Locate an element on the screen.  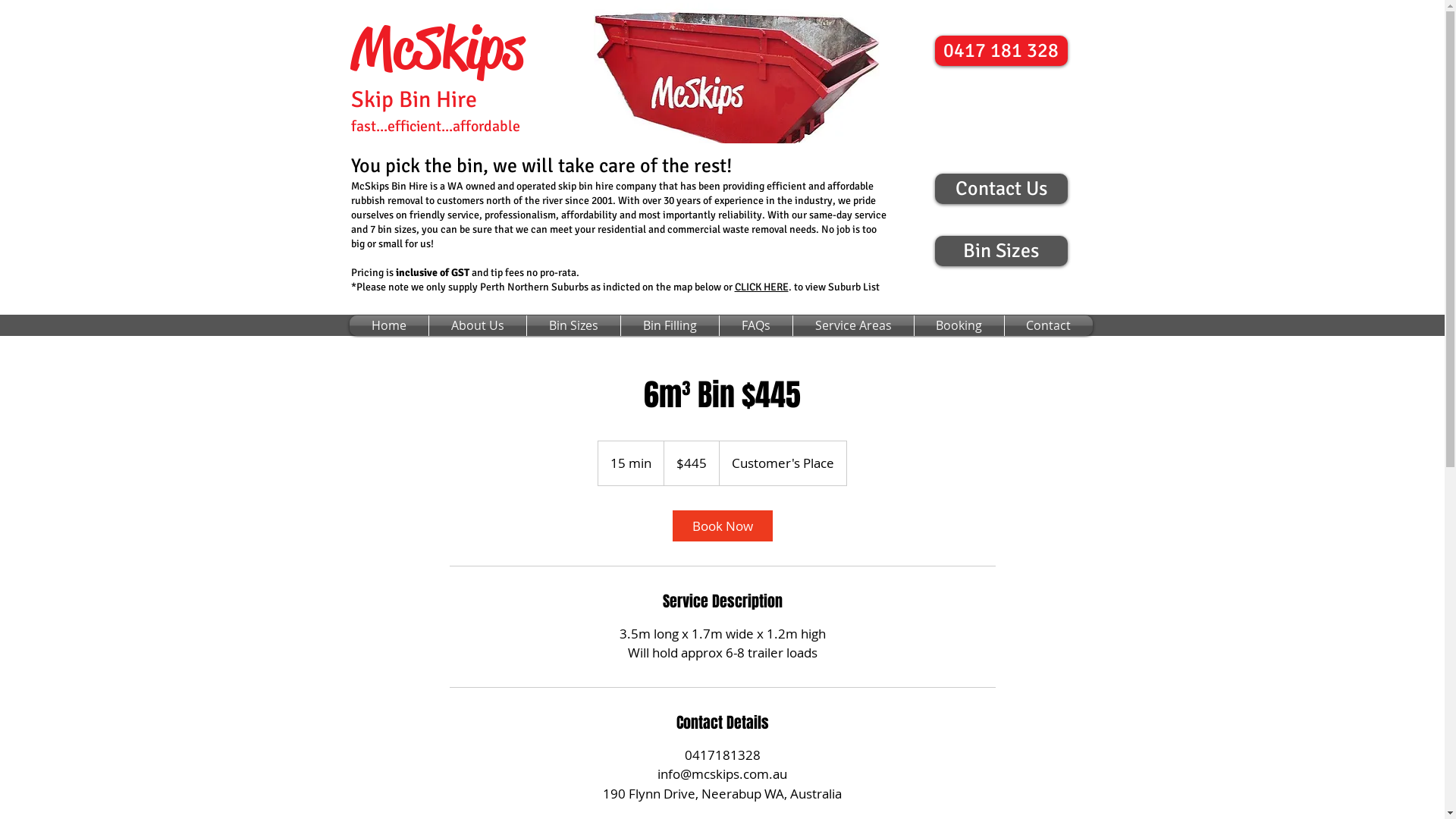
'Contact' is located at coordinates (1047, 325).